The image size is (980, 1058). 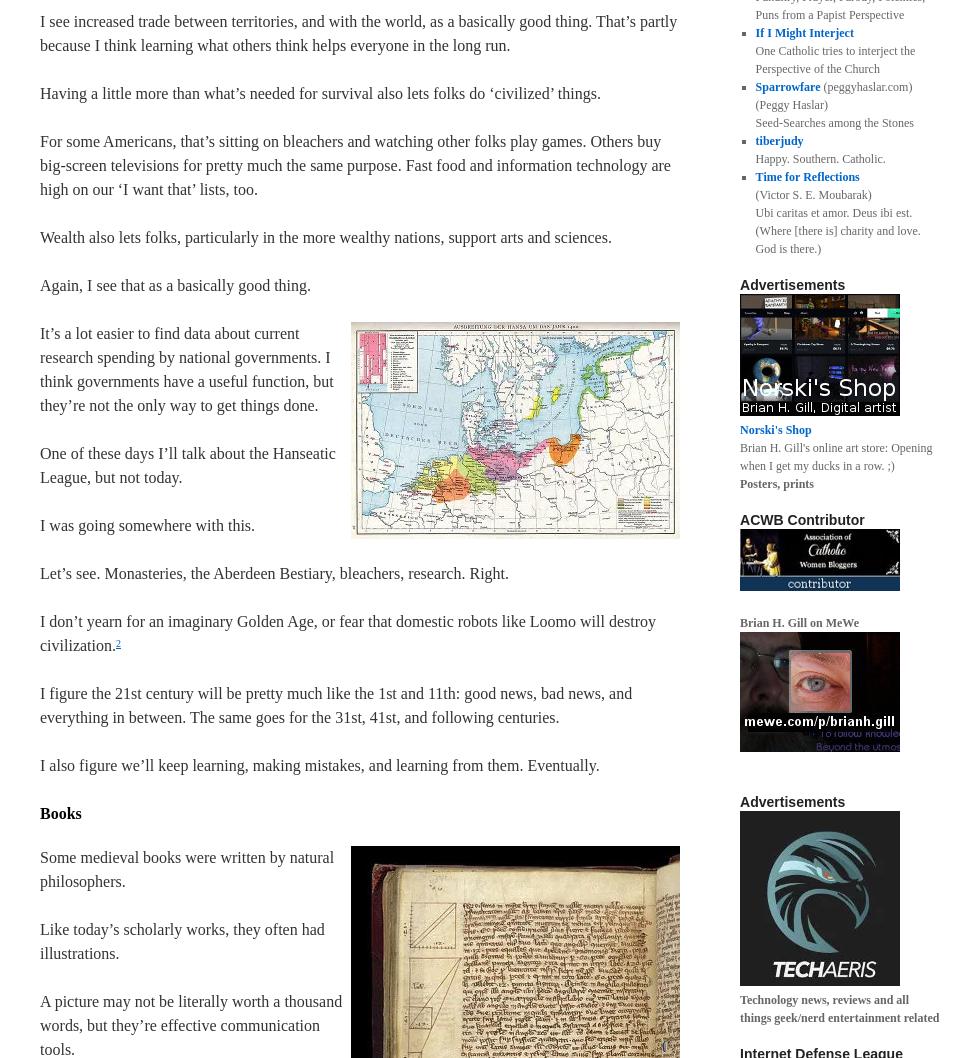 I want to click on 'Brian H. Gill's online art store: Opening when I get my ducks in a row. ;)', so click(x=739, y=455).